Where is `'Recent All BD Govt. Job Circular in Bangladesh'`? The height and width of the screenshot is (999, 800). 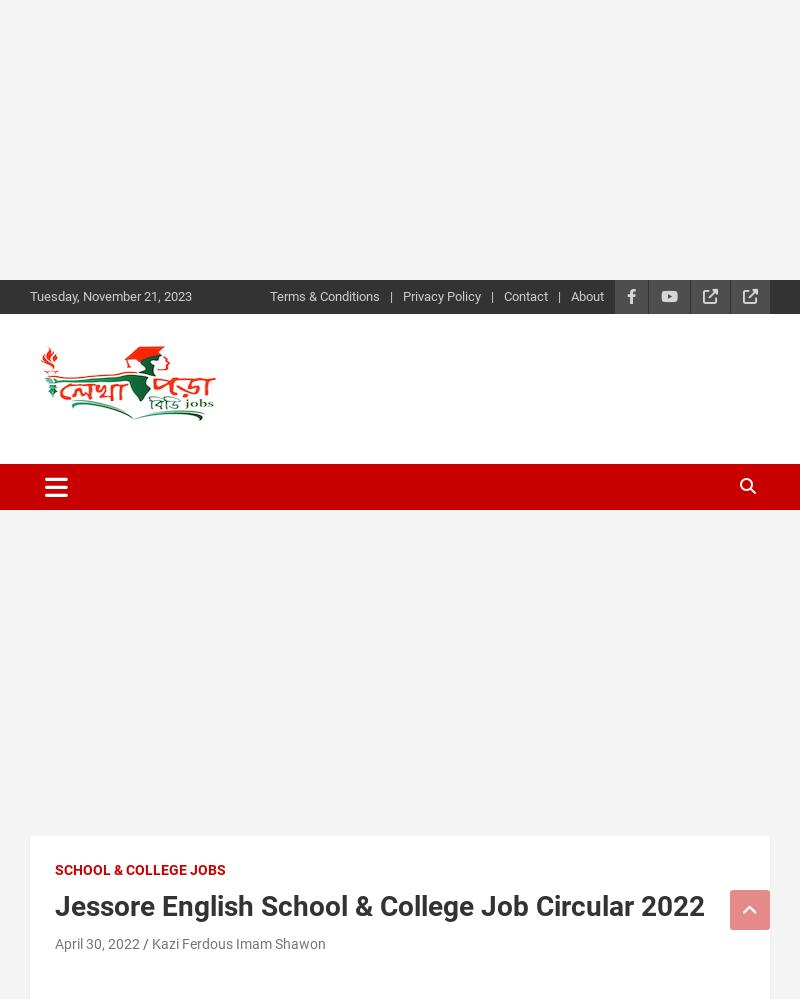 'Recent All BD Govt. Job Circular in Bangladesh' is located at coordinates (185, 442).